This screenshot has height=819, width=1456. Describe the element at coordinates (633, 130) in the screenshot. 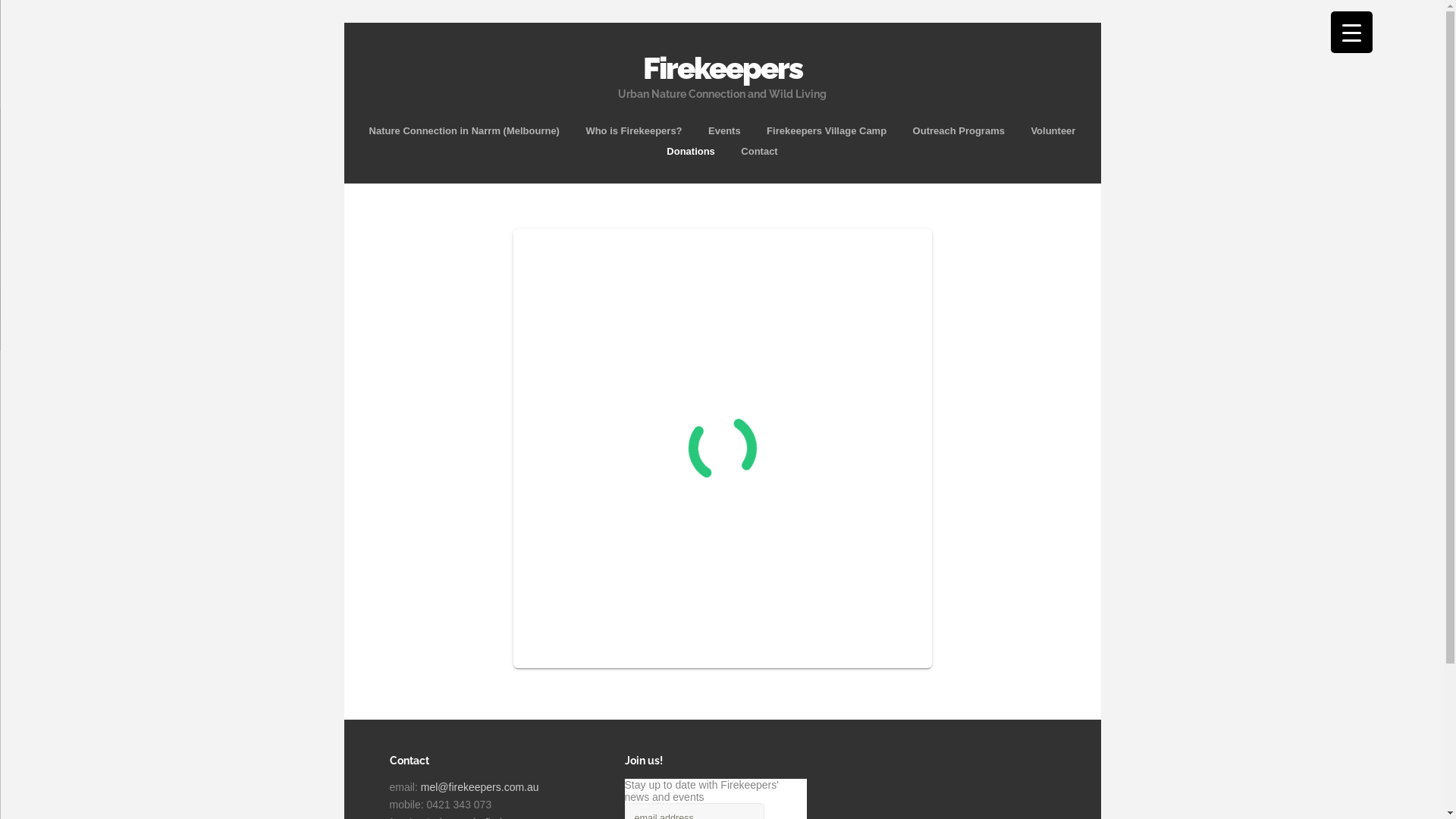

I see `'Who is Firekeepers?'` at that location.